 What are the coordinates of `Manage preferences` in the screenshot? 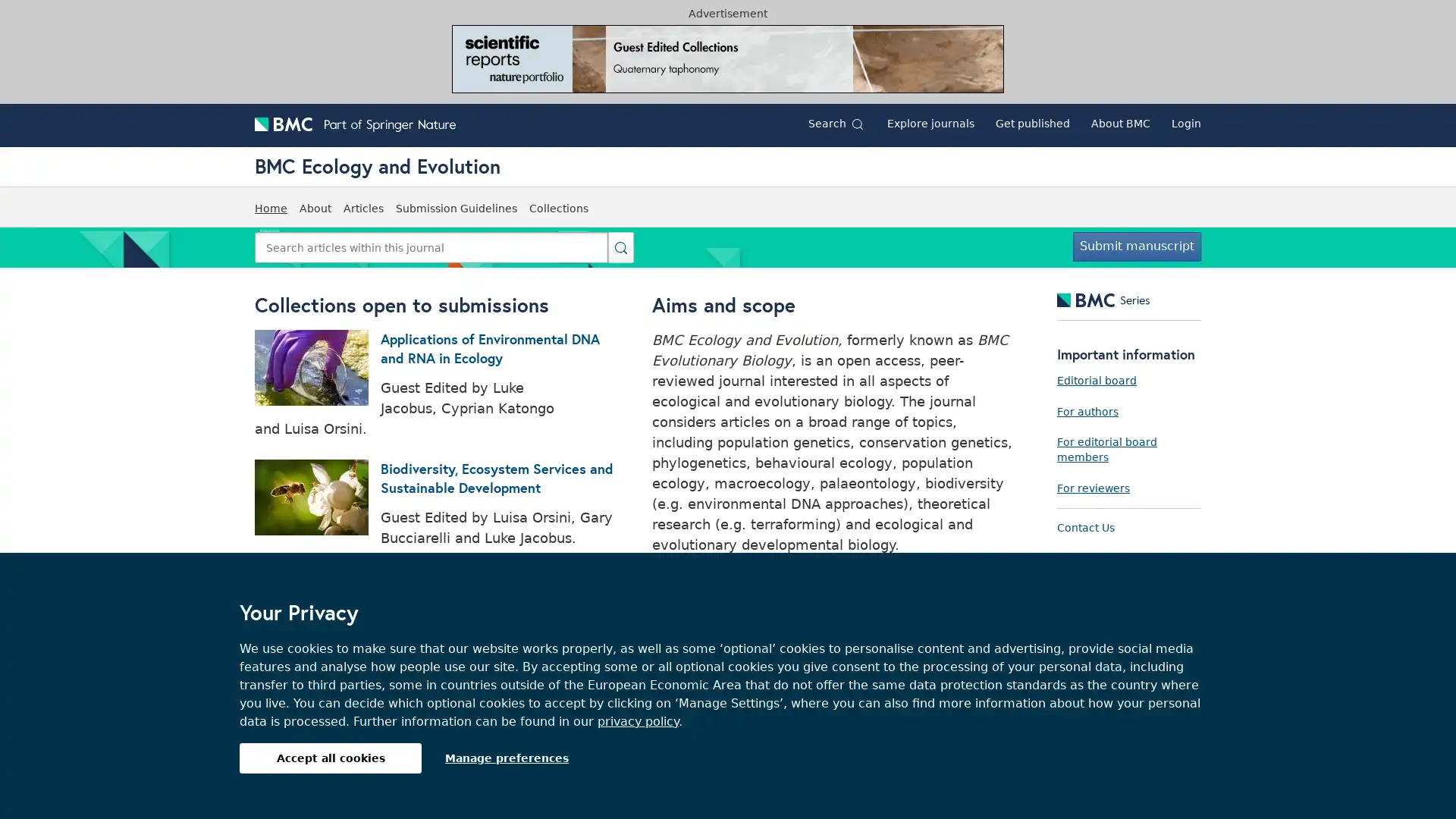 It's located at (507, 758).